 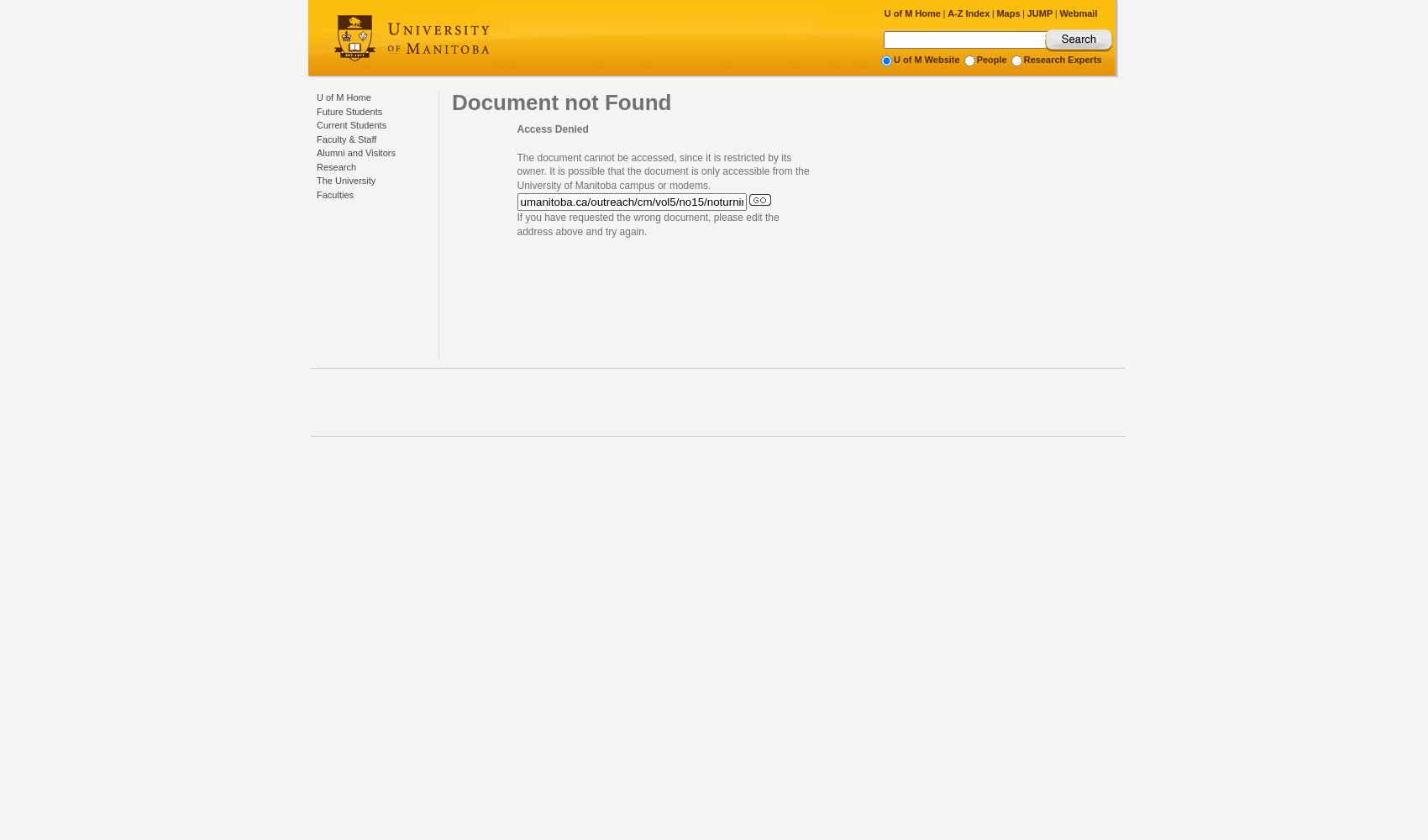 I want to click on 'A-Z Index', so click(x=968, y=13).